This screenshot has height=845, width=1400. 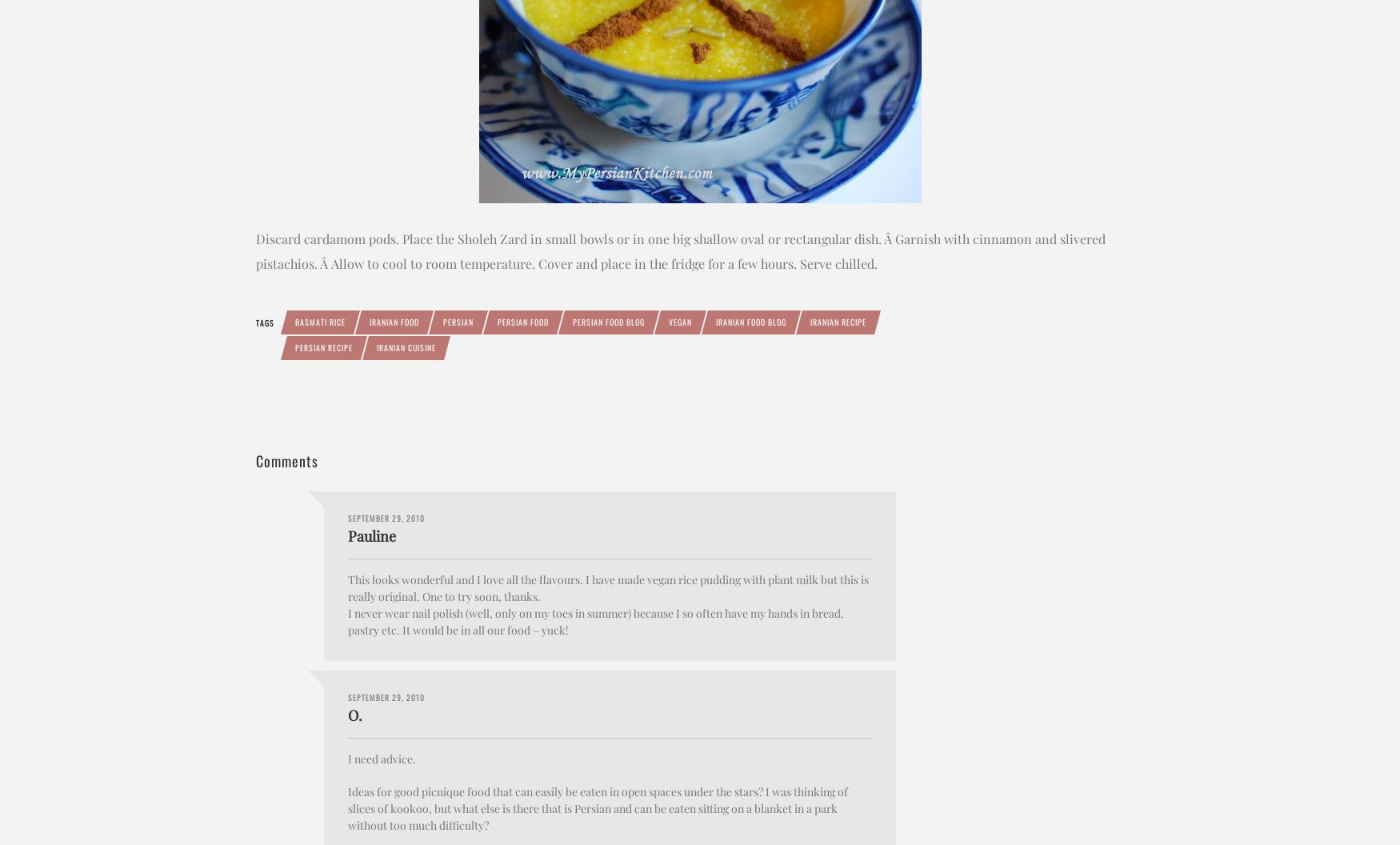 I want to click on 'Vegan', so click(x=680, y=321).